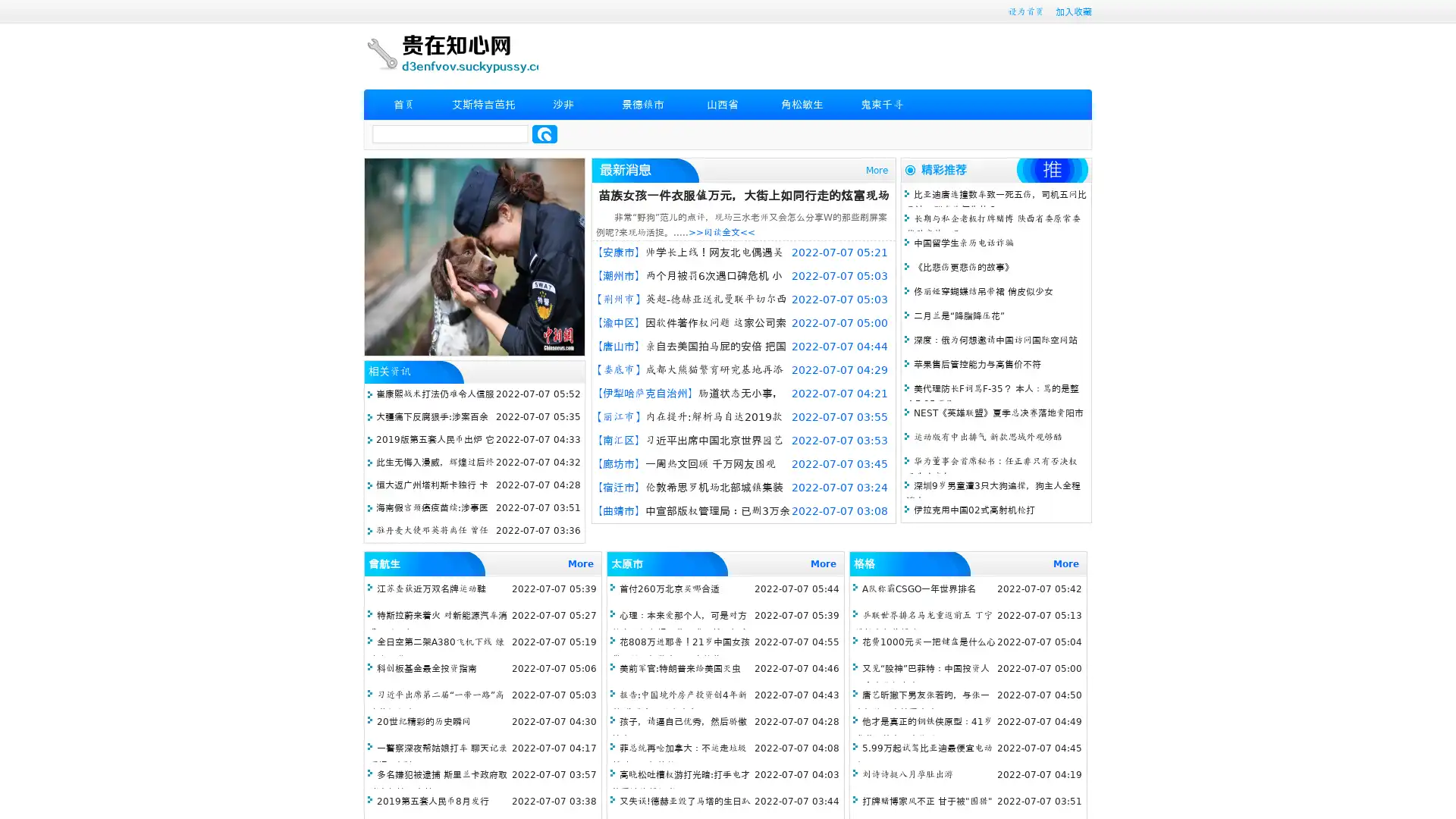  What do you see at coordinates (544, 133) in the screenshot?
I see `Search` at bounding box center [544, 133].